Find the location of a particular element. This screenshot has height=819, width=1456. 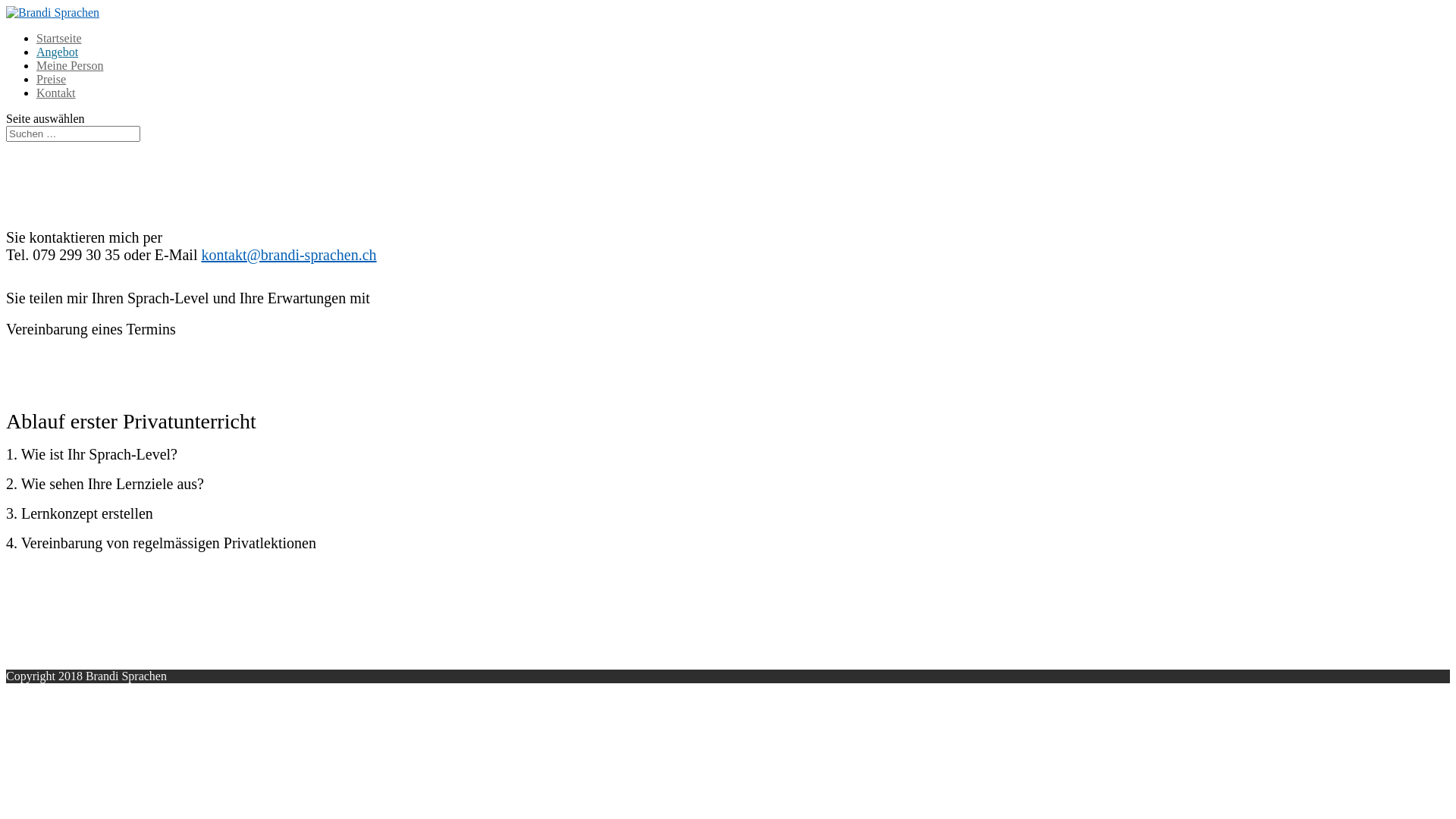

'Kontakt' is located at coordinates (55, 93).